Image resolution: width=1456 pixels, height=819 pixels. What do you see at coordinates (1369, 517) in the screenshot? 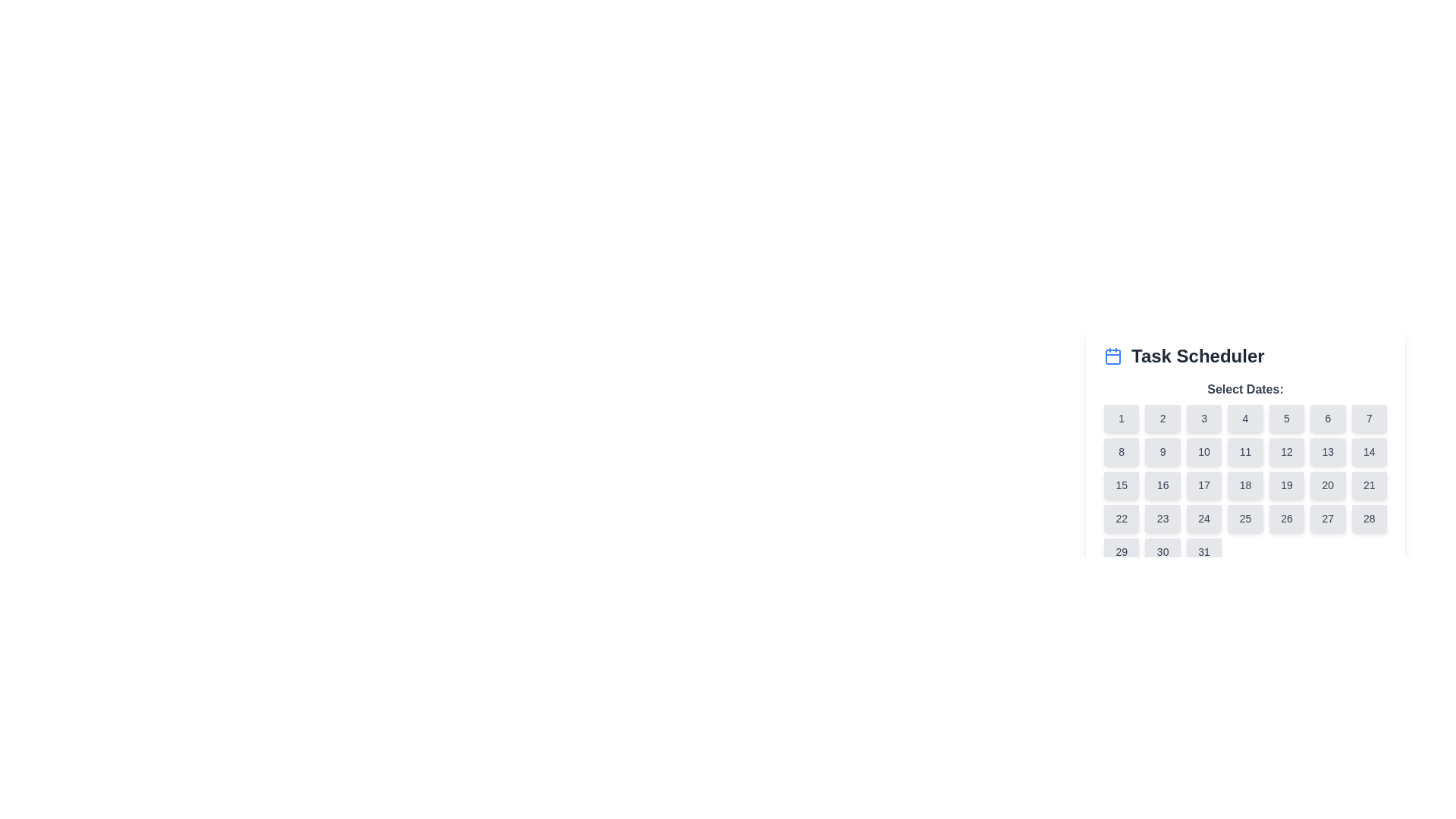
I see `the button displaying the number '28', which is styled as a rounded rectangular box with a light gray background and medium gray font` at bounding box center [1369, 517].